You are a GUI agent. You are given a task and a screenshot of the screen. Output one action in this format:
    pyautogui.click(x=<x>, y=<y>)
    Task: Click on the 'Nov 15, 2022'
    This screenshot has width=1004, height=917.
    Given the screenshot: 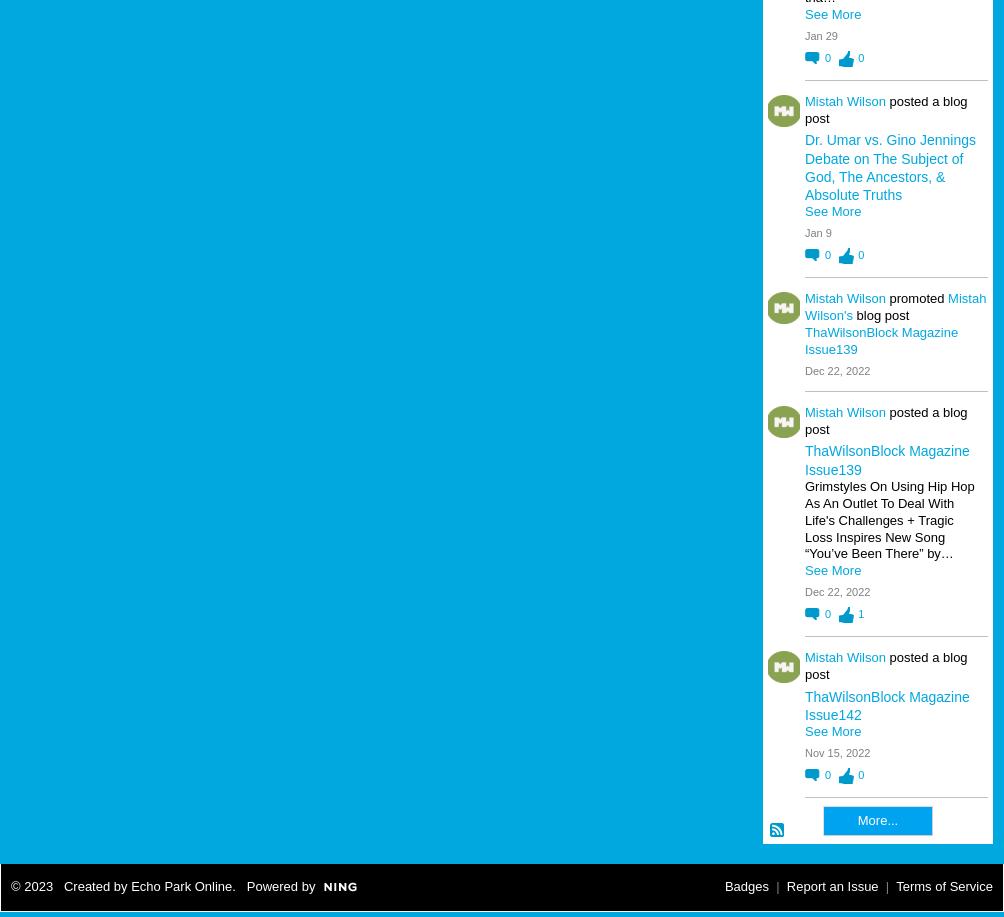 What is the action you would take?
    pyautogui.click(x=837, y=752)
    